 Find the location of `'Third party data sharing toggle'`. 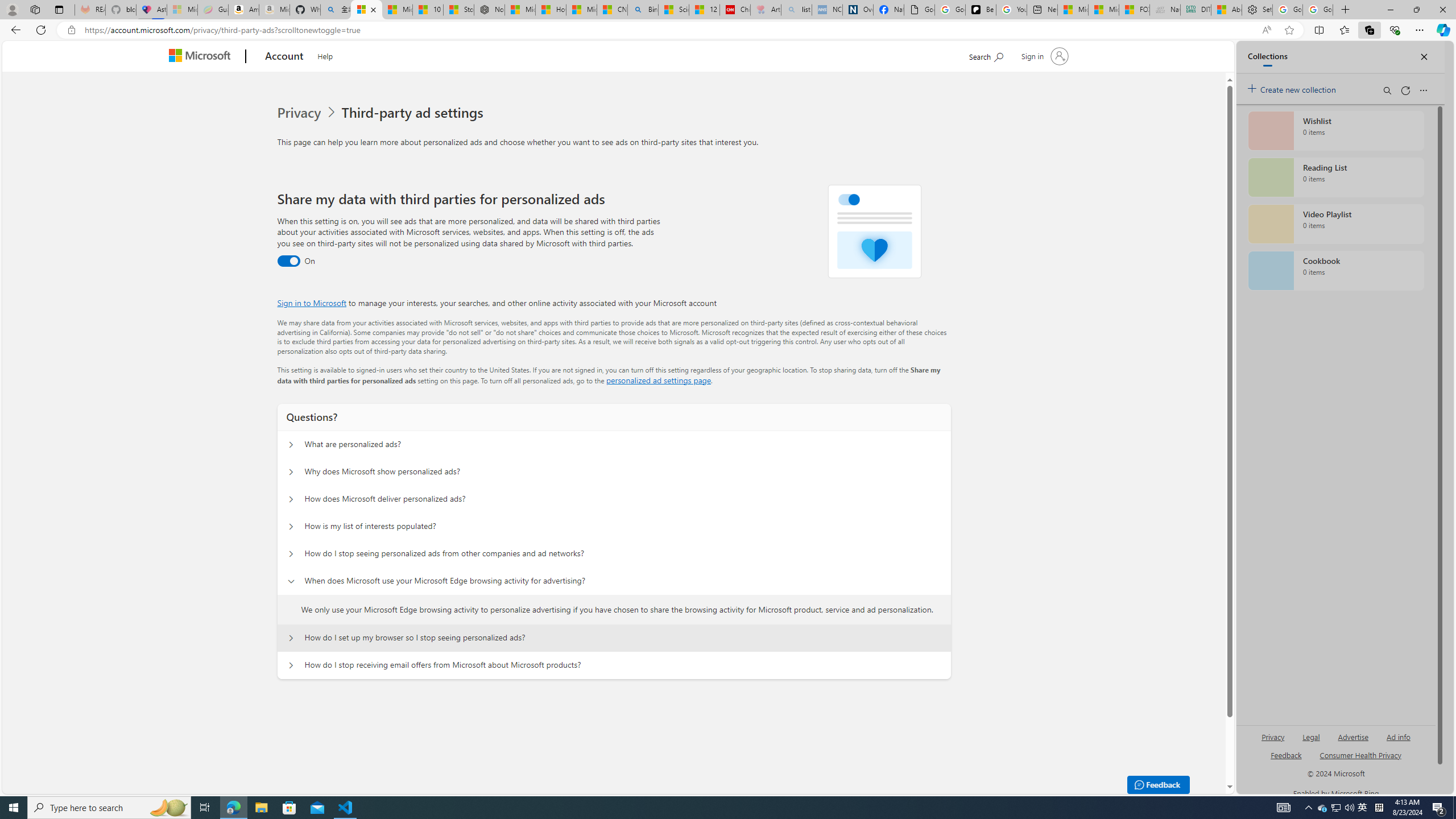

'Third party data sharing toggle' is located at coordinates (287, 261).